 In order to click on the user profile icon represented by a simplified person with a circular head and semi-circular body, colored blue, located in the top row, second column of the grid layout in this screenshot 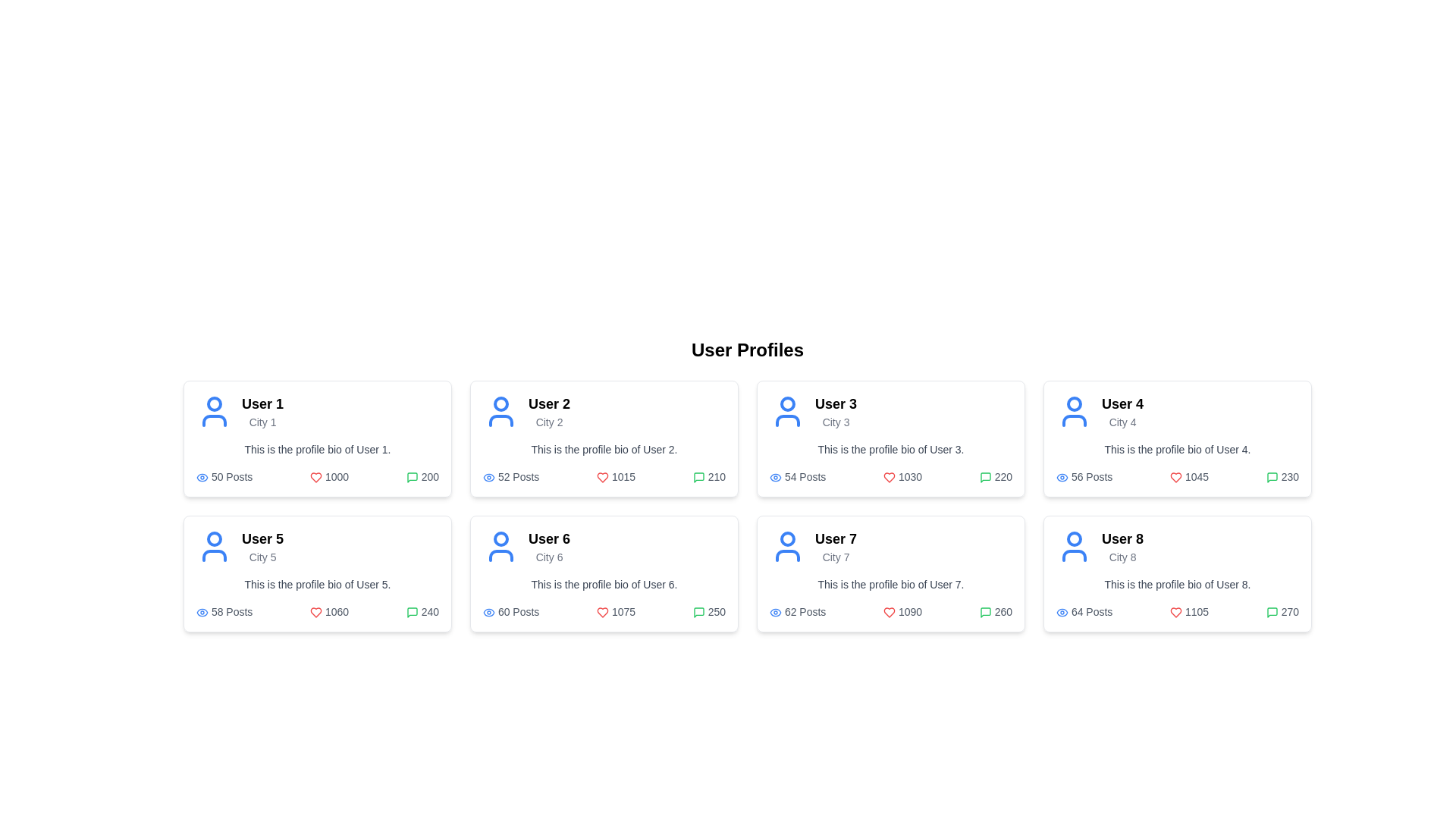, I will do `click(501, 412)`.